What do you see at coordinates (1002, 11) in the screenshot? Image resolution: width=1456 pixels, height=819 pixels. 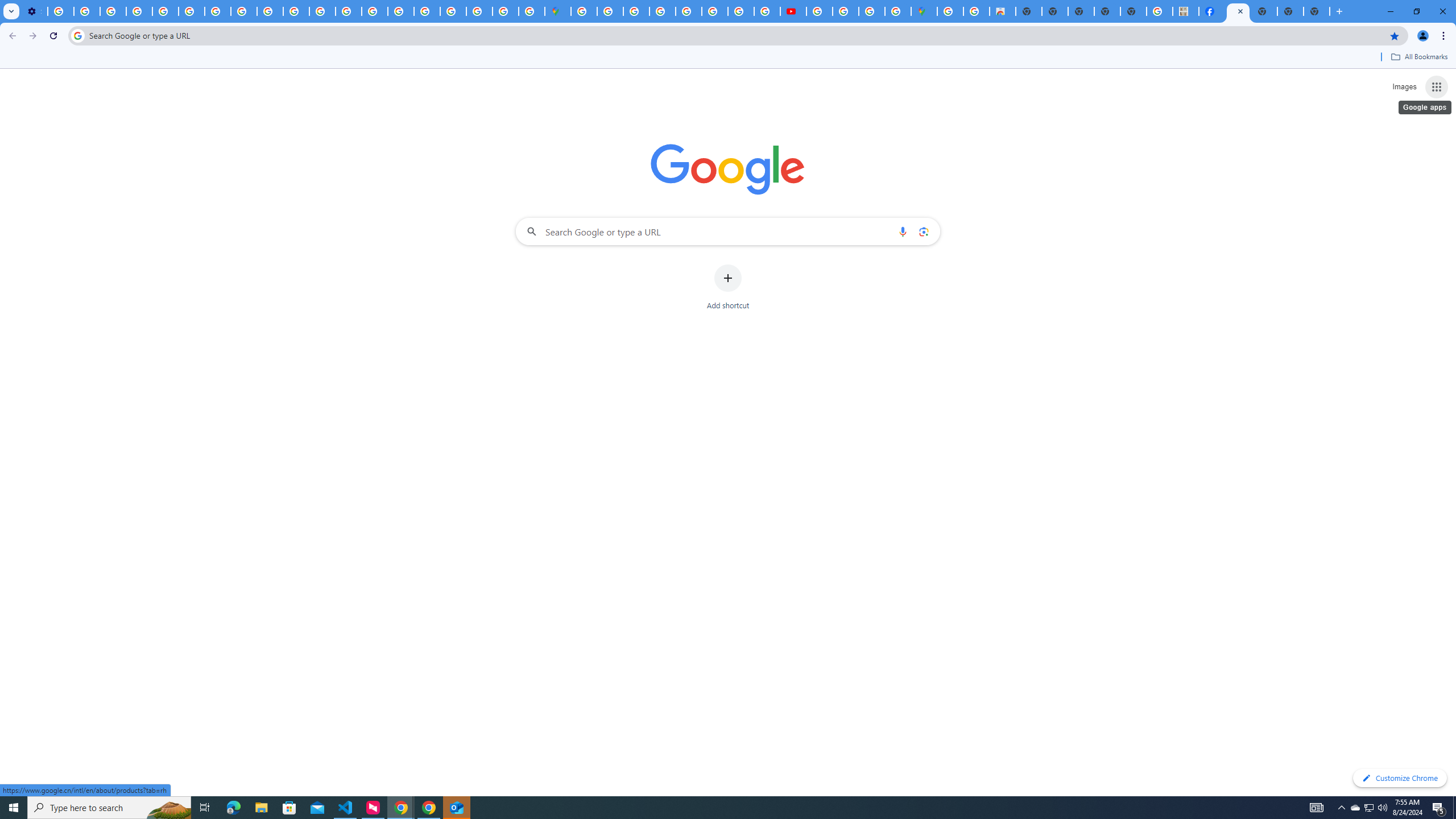 I see `'Chrome Web Store - Shopping'` at bounding box center [1002, 11].